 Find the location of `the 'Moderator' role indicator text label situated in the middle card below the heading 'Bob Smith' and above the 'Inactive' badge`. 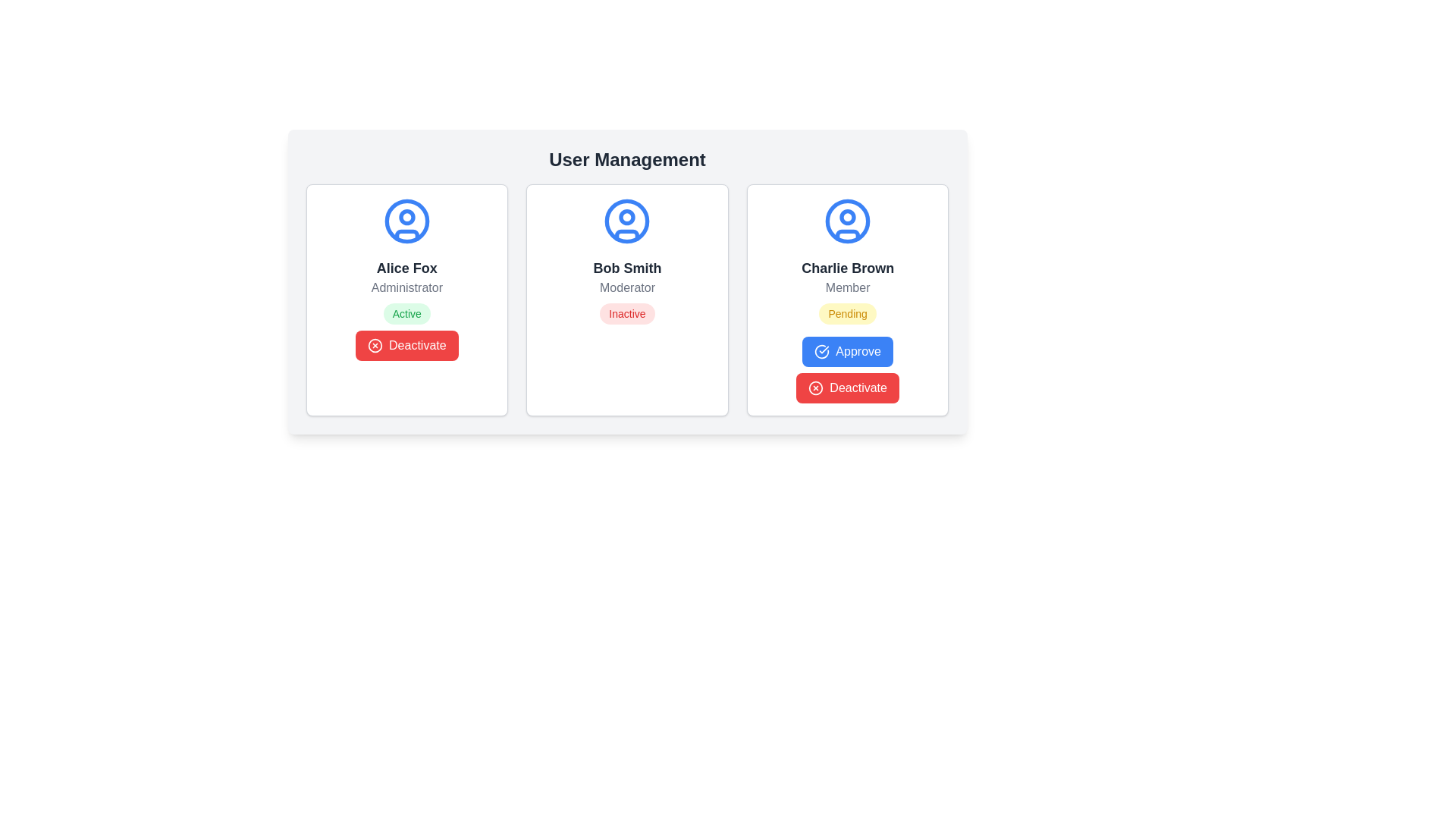

the 'Moderator' role indicator text label situated in the middle card below the heading 'Bob Smith' and above the 'Inactive' badge is located at coordinates (627, 288).